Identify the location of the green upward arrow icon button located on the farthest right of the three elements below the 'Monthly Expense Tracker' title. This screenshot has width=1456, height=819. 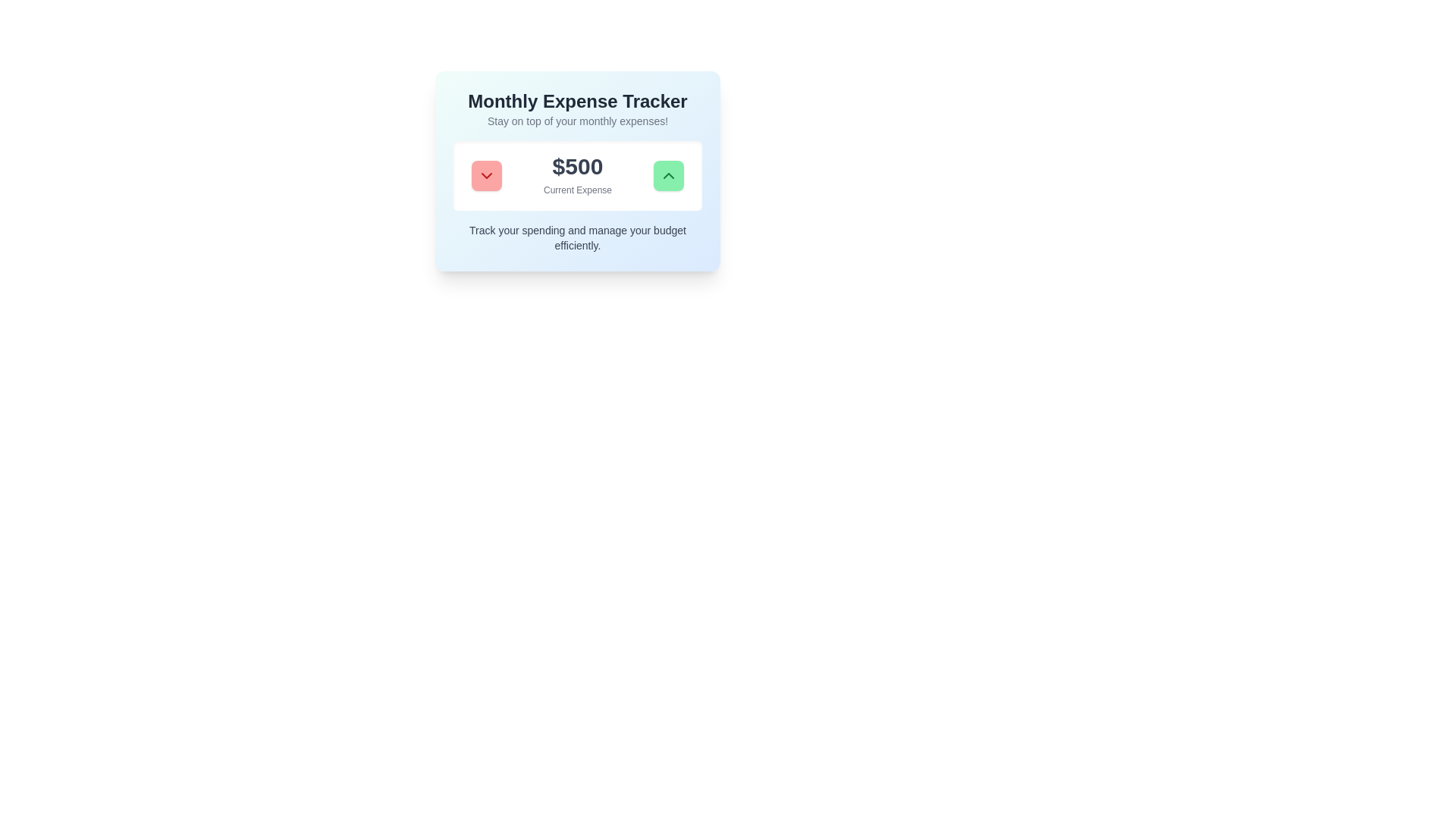
(668, 174).